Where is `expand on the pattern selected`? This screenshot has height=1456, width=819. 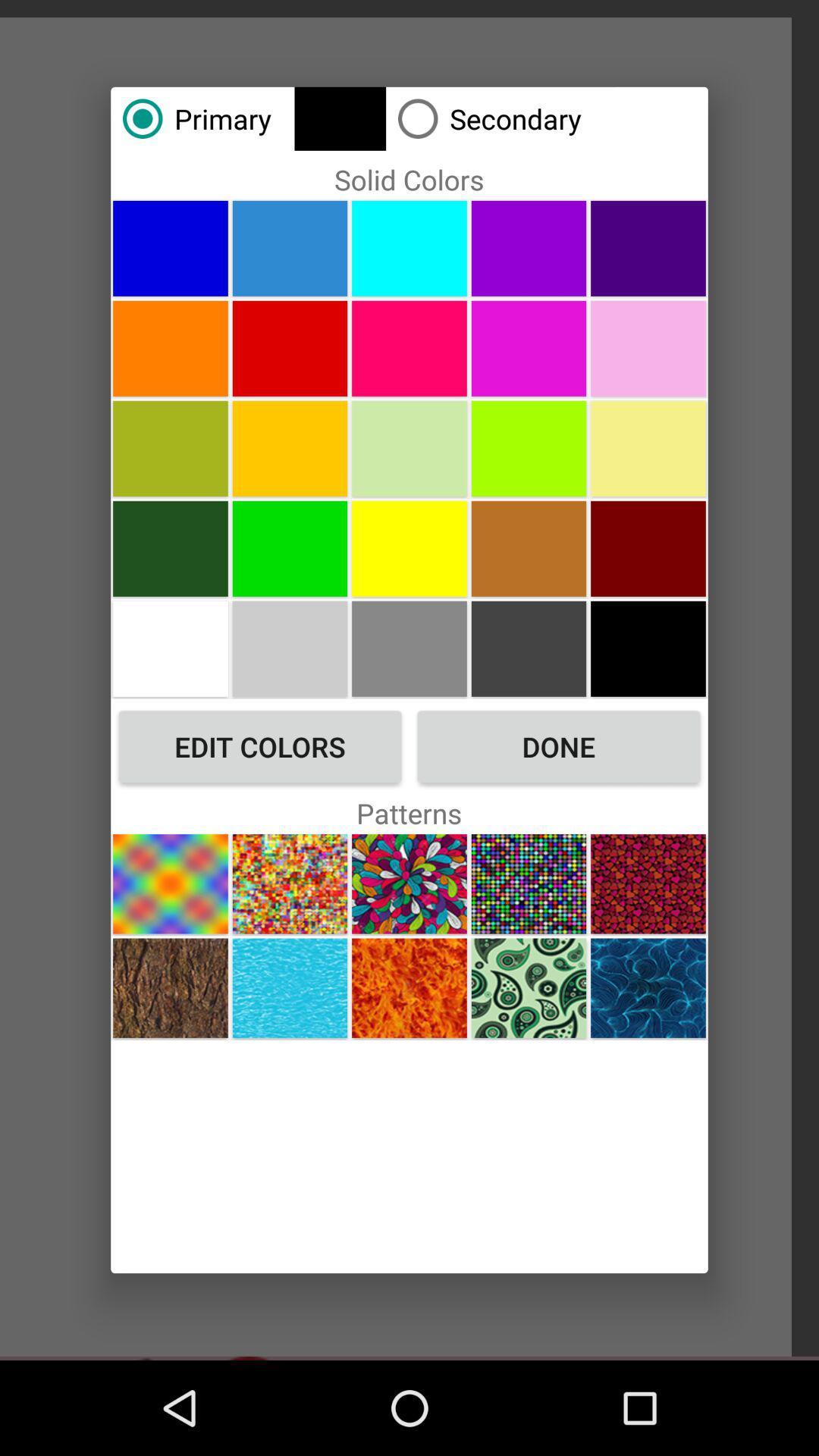
expand on the pattern selected is located at coordinates (409, 883).